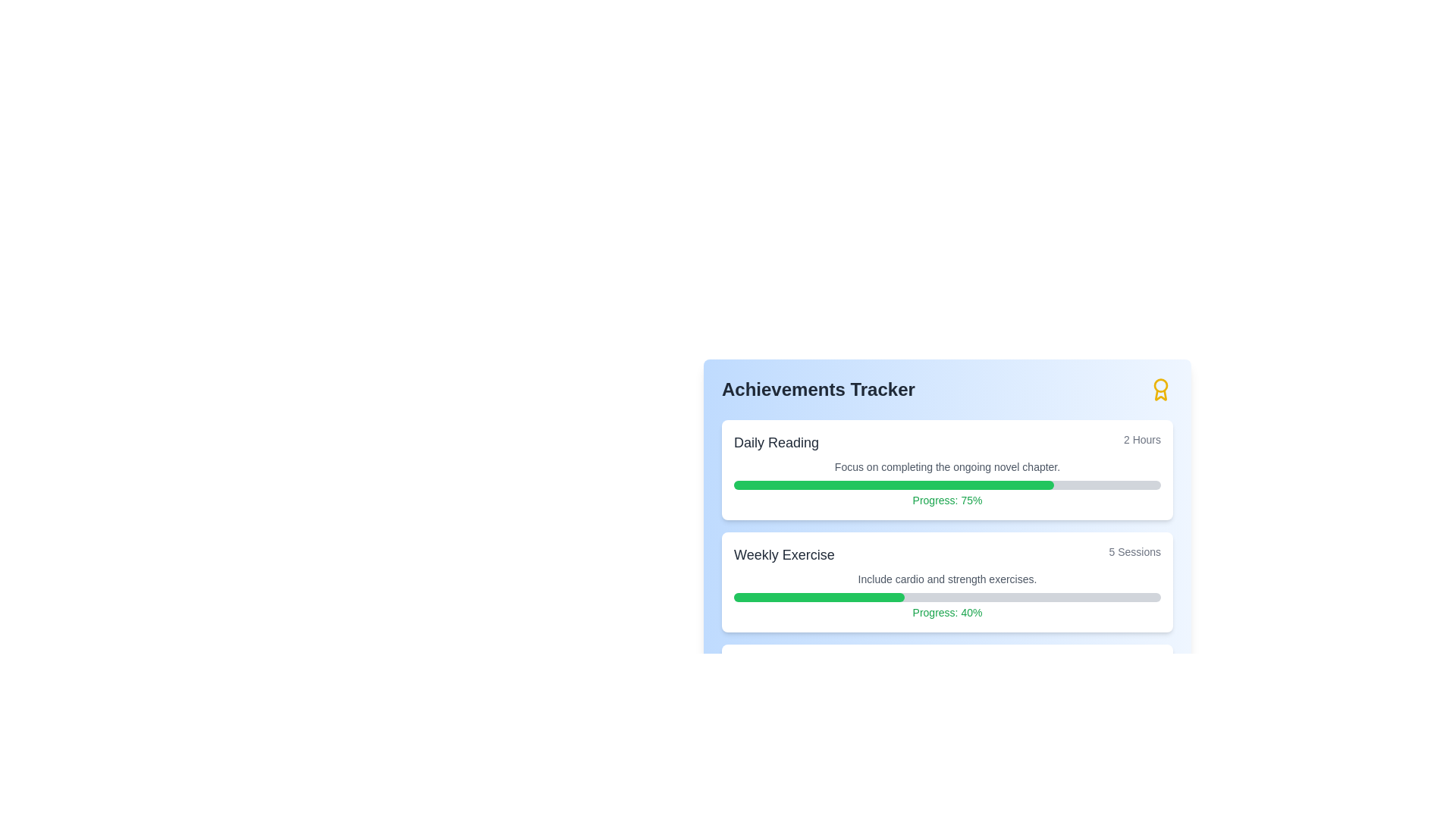 The width and height of the screenshot is (1456, 819). What do you see at coordinates (1134, 555) in the screenshot?
I see `the static text element displaying '5 Sessions' located to the right of the 'Weekly Exercise' section in the 'Achievements Tracker' panel` at bounding box center [1134, 555].